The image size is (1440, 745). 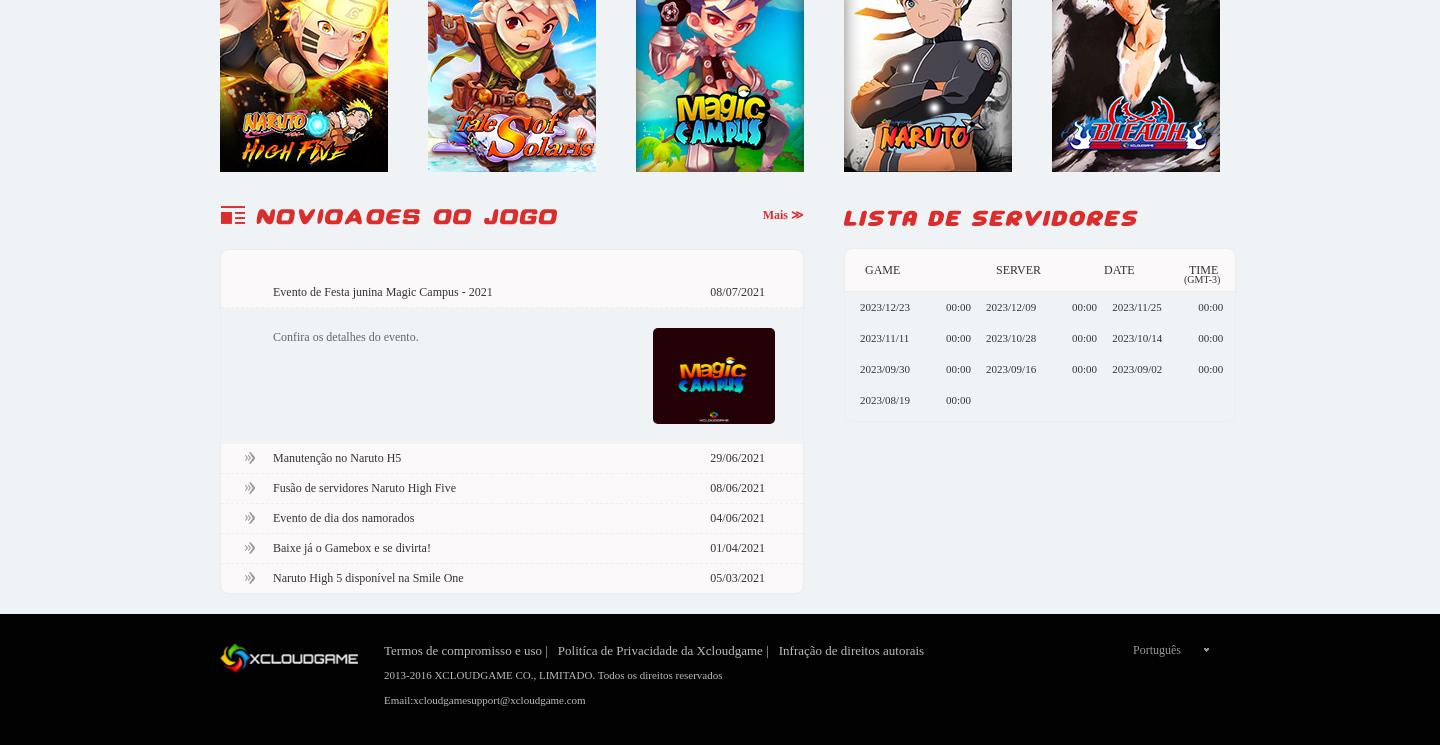 What do you see at coordinates (510, 423) in the screenshot?
I see `'explore o mundo e encontre os contos de fantasia!'` at bounding box center [510, 423].